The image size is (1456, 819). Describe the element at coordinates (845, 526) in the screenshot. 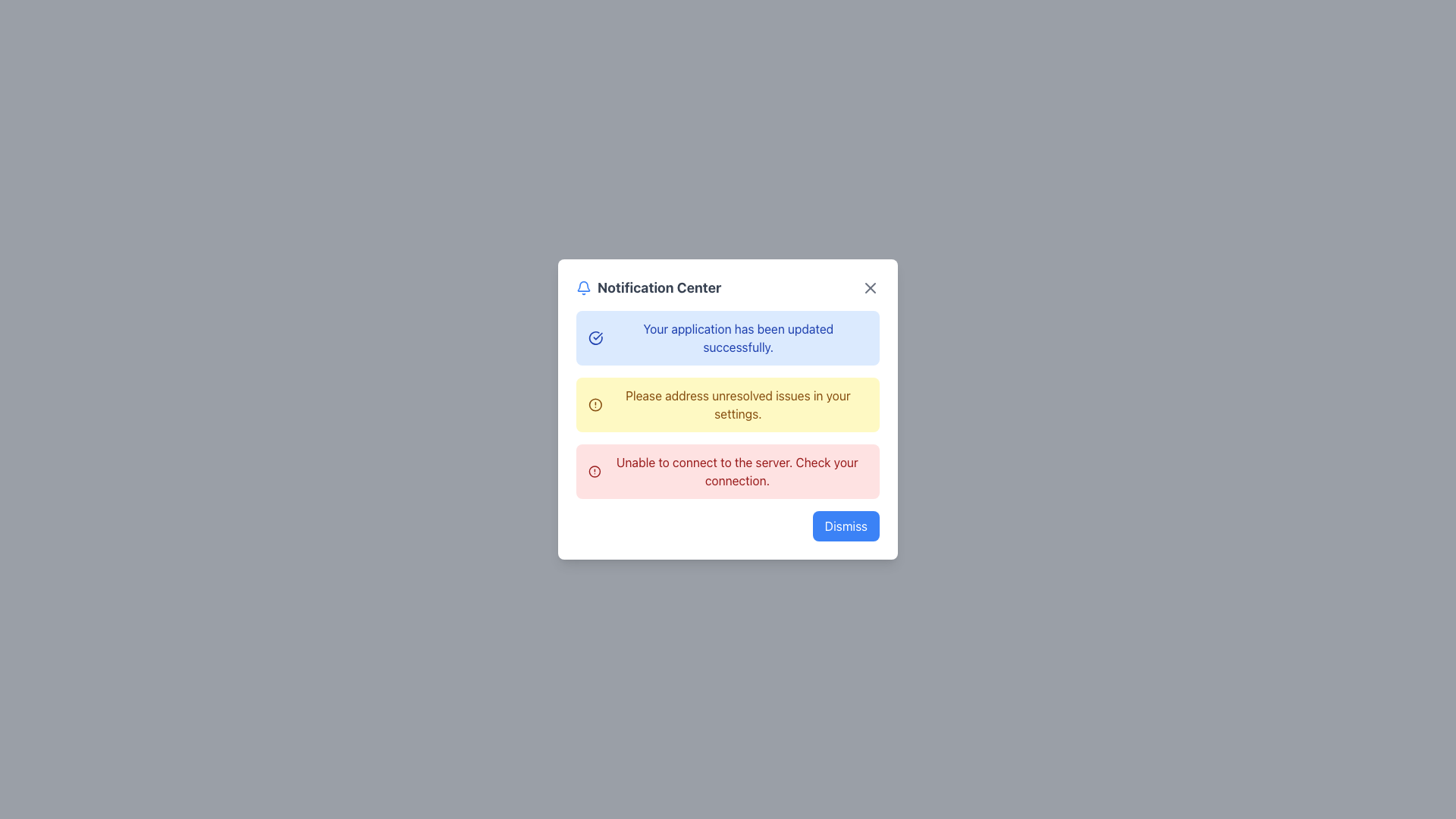

I see `the rectangular button with a blue background and white text labeled 'Dismiss' located at the bottom-right corner of the notification modal to trigger its visual hover effect` at that location.